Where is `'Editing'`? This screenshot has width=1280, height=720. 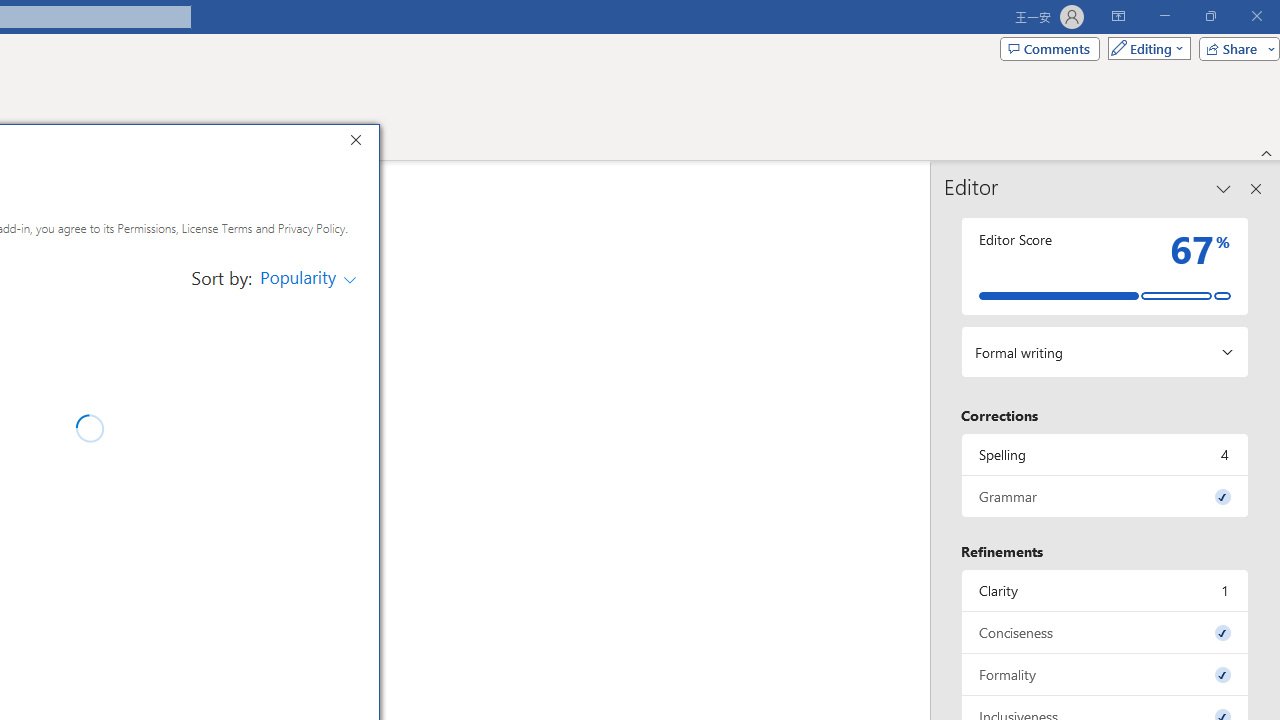
'Editing' is located at coordinates (1144, 47).